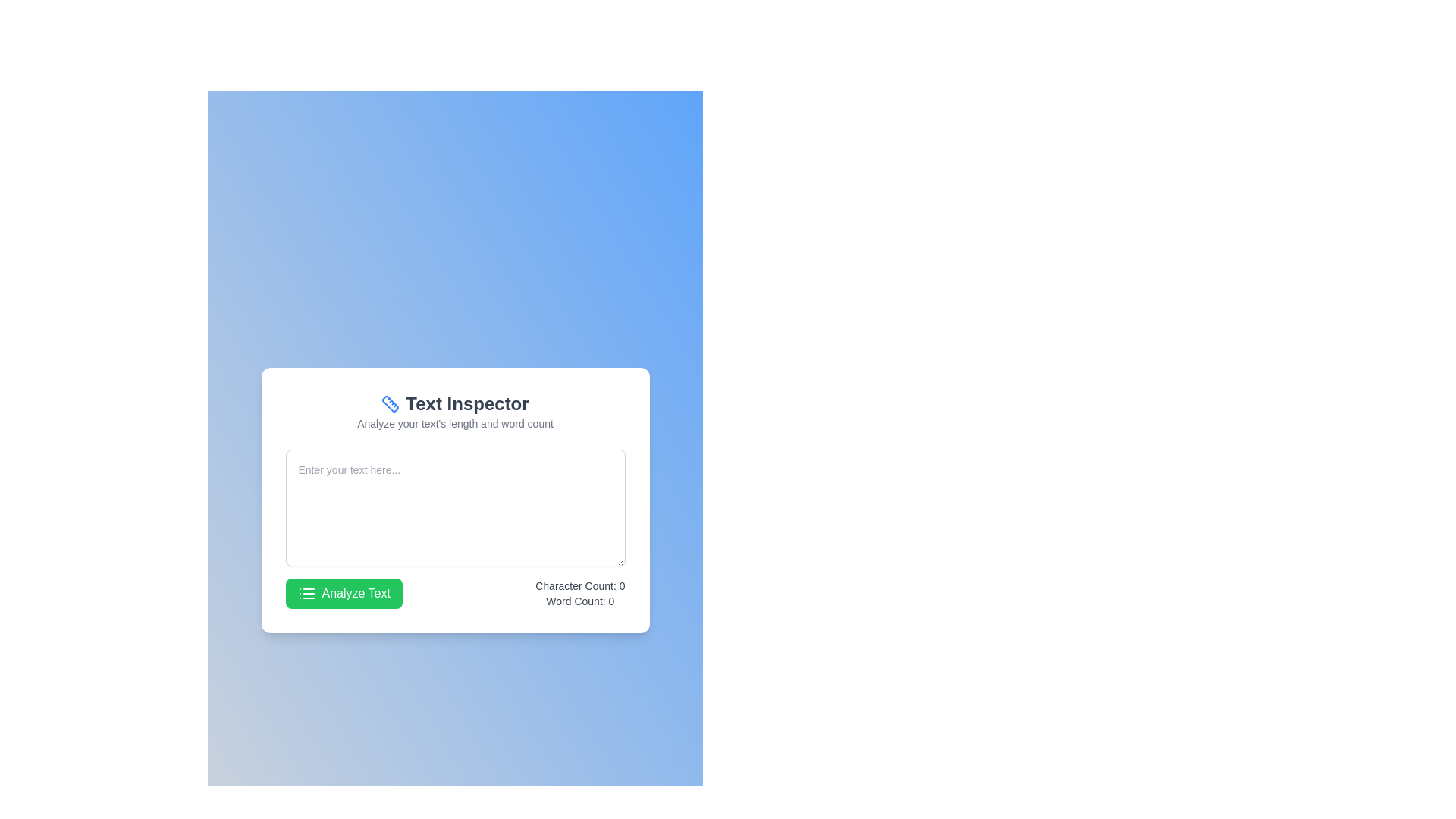 The image size is (1456, 819). What do you see at coordinates (454, 424) in the screenshot?
I see `the text label displaying 'Analyze your text's length and word count', which is located below the 'Text Inspector' heading in the center of the application interface` at bounding box center [454, 424].